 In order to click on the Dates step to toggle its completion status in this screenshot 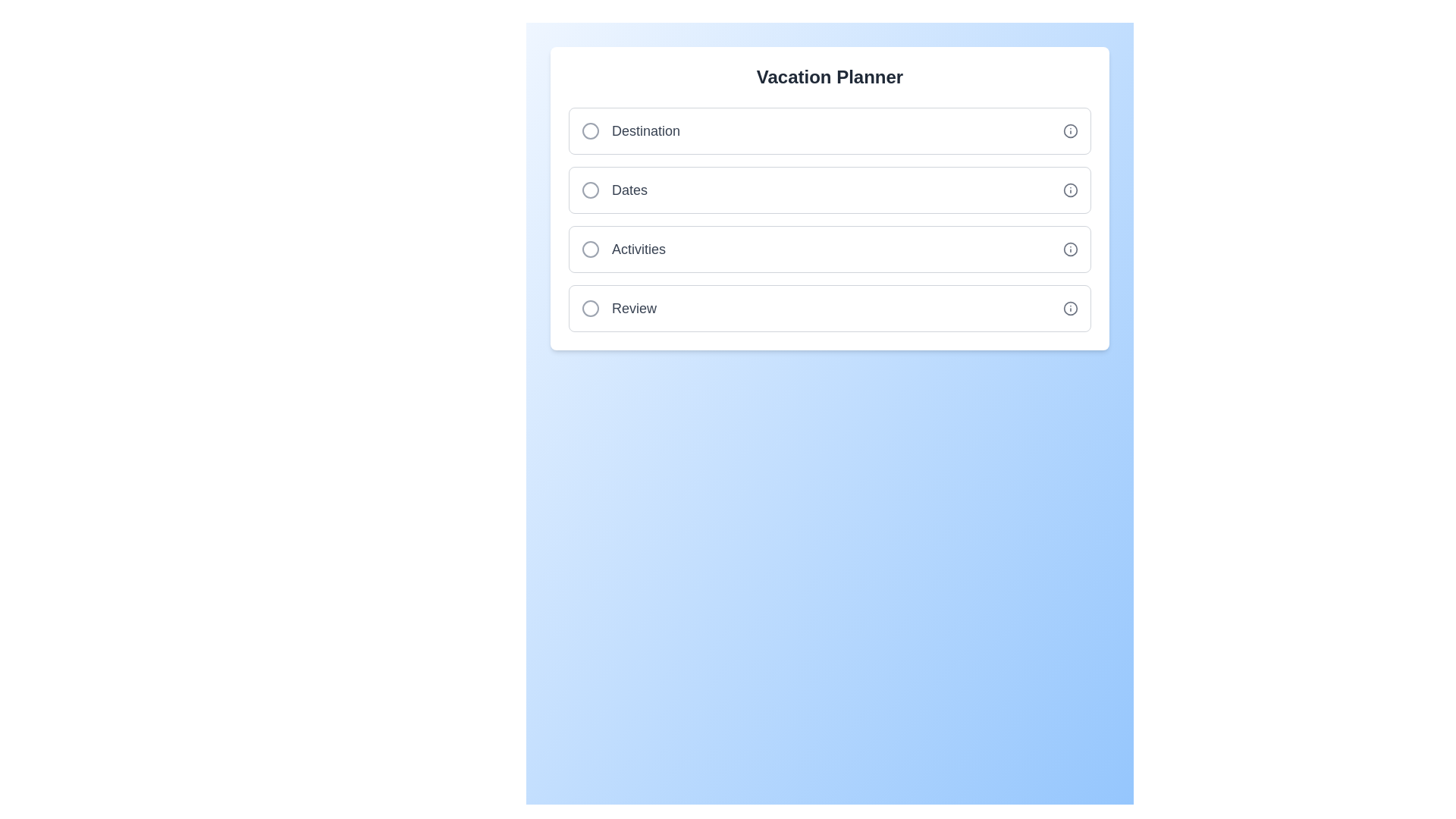, I will do `click(829, 189)`.